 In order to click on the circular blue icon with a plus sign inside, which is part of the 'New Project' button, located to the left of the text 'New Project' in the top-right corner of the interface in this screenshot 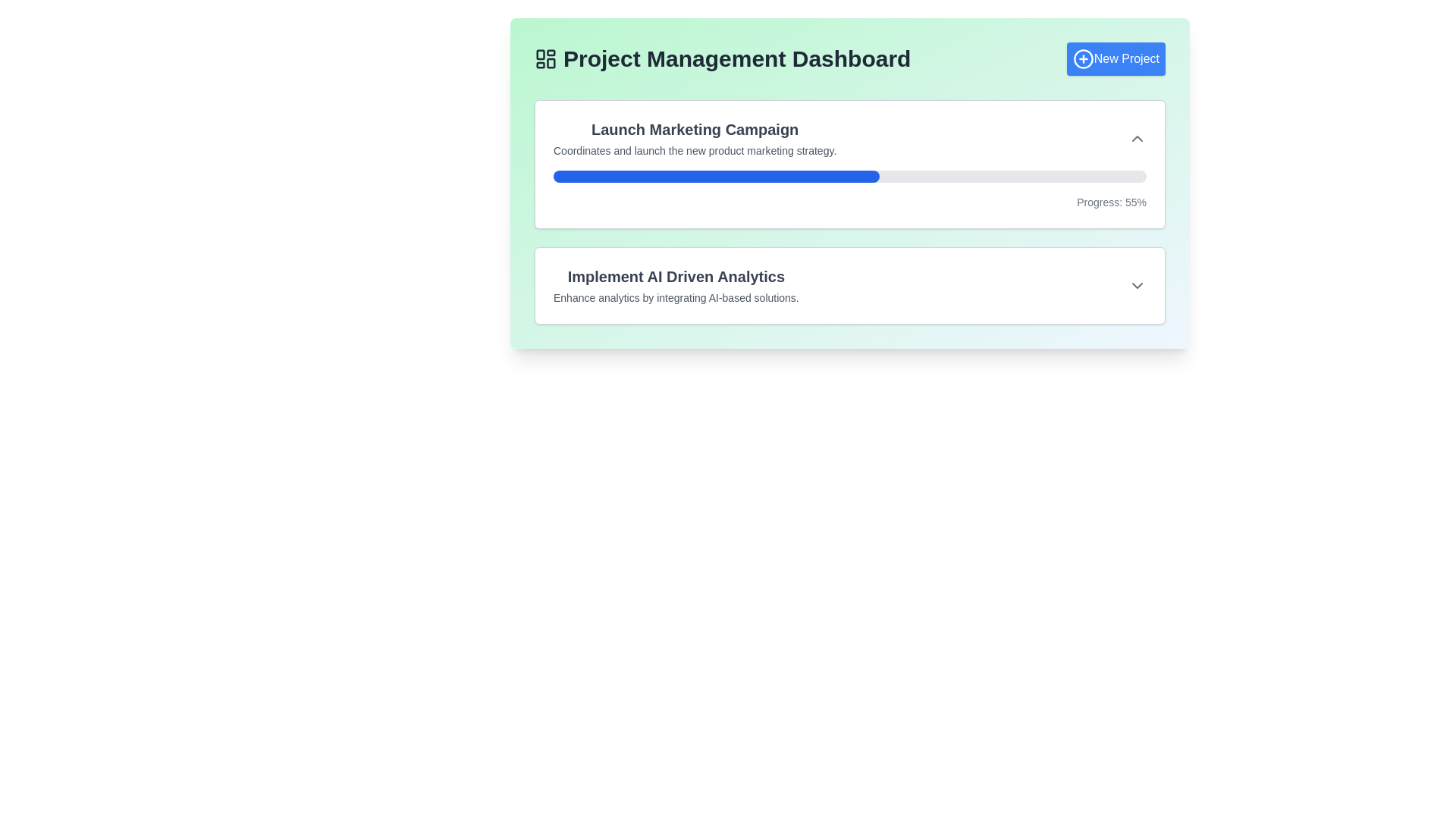, I will do `click(1082, 58)`.